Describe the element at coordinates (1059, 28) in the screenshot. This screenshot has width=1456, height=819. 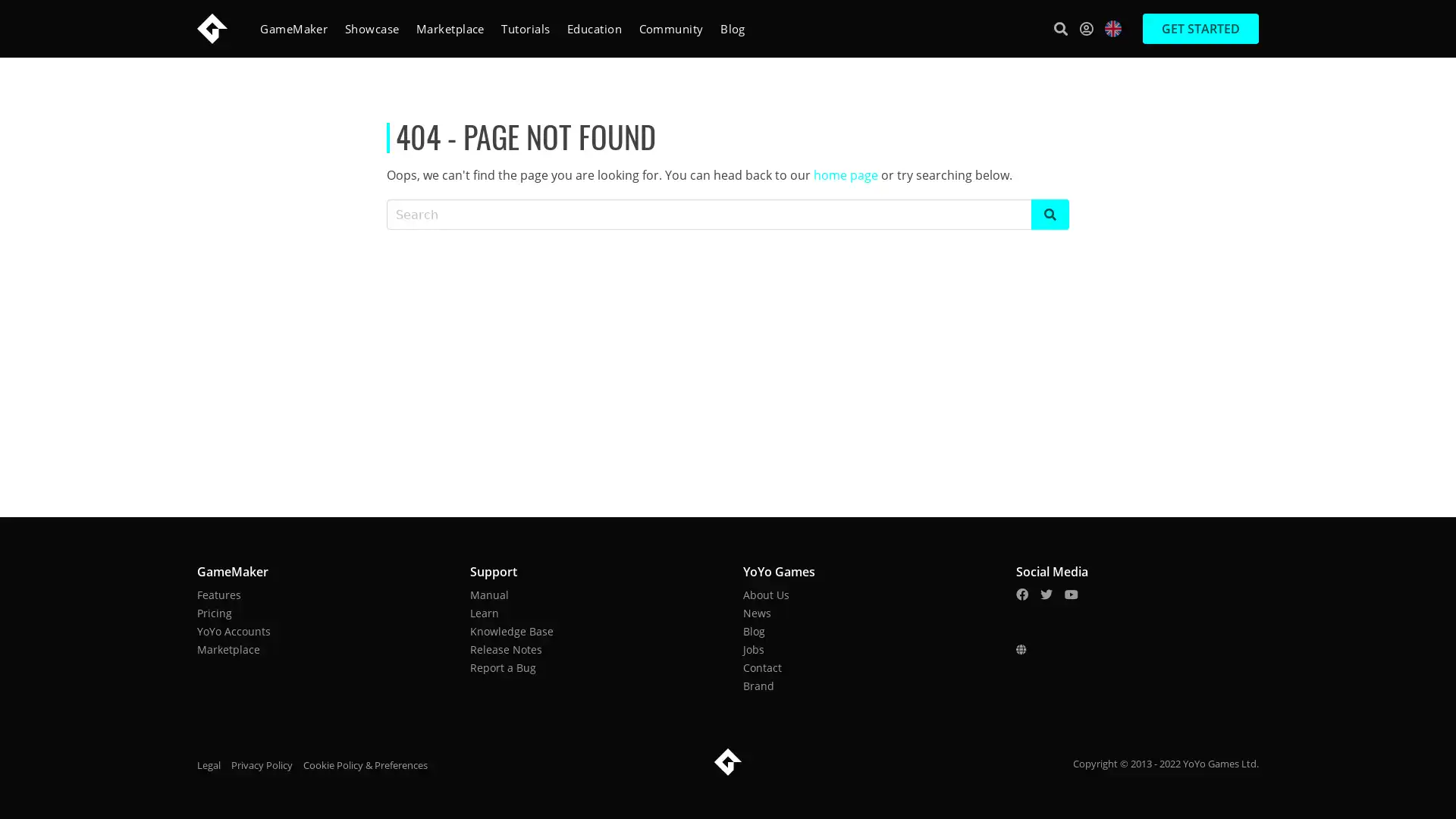
I see `Search` at that location.